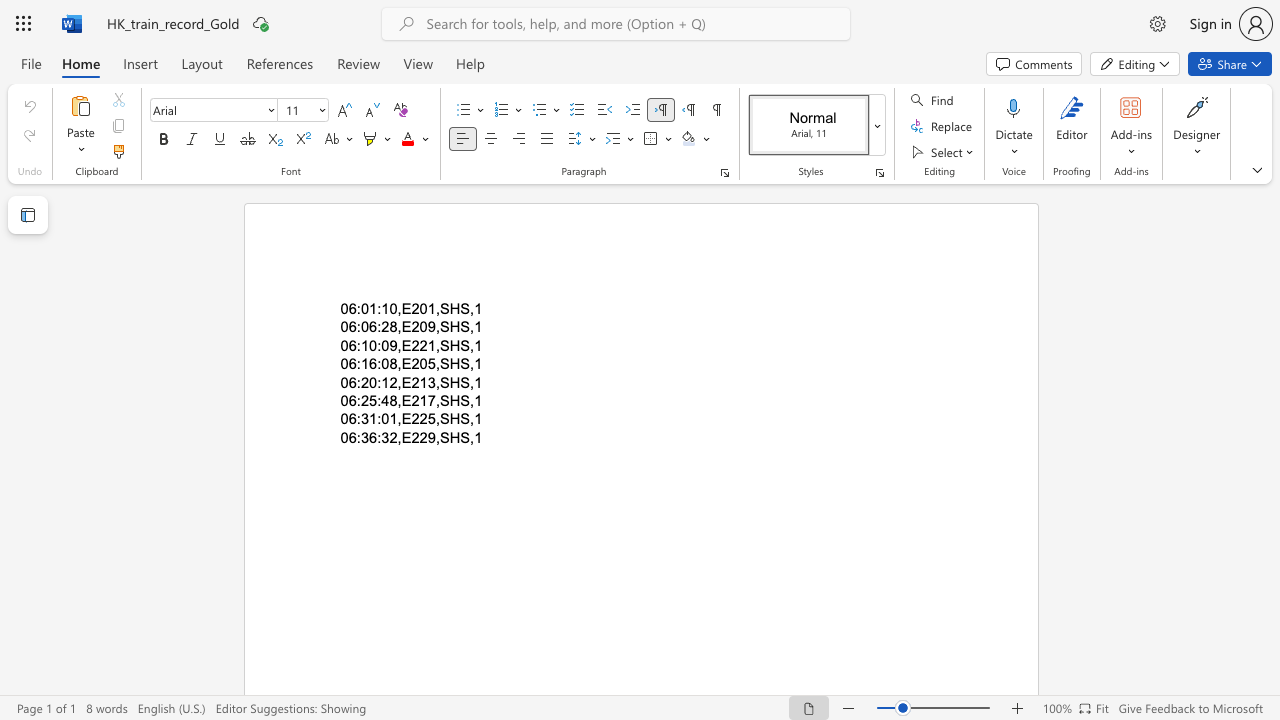 The image size is (1280, 720). What do you see at coordinates (443, 344) in the screenshot?
I see `the 1th character "S" in the text` at bounding box center [443, 344].